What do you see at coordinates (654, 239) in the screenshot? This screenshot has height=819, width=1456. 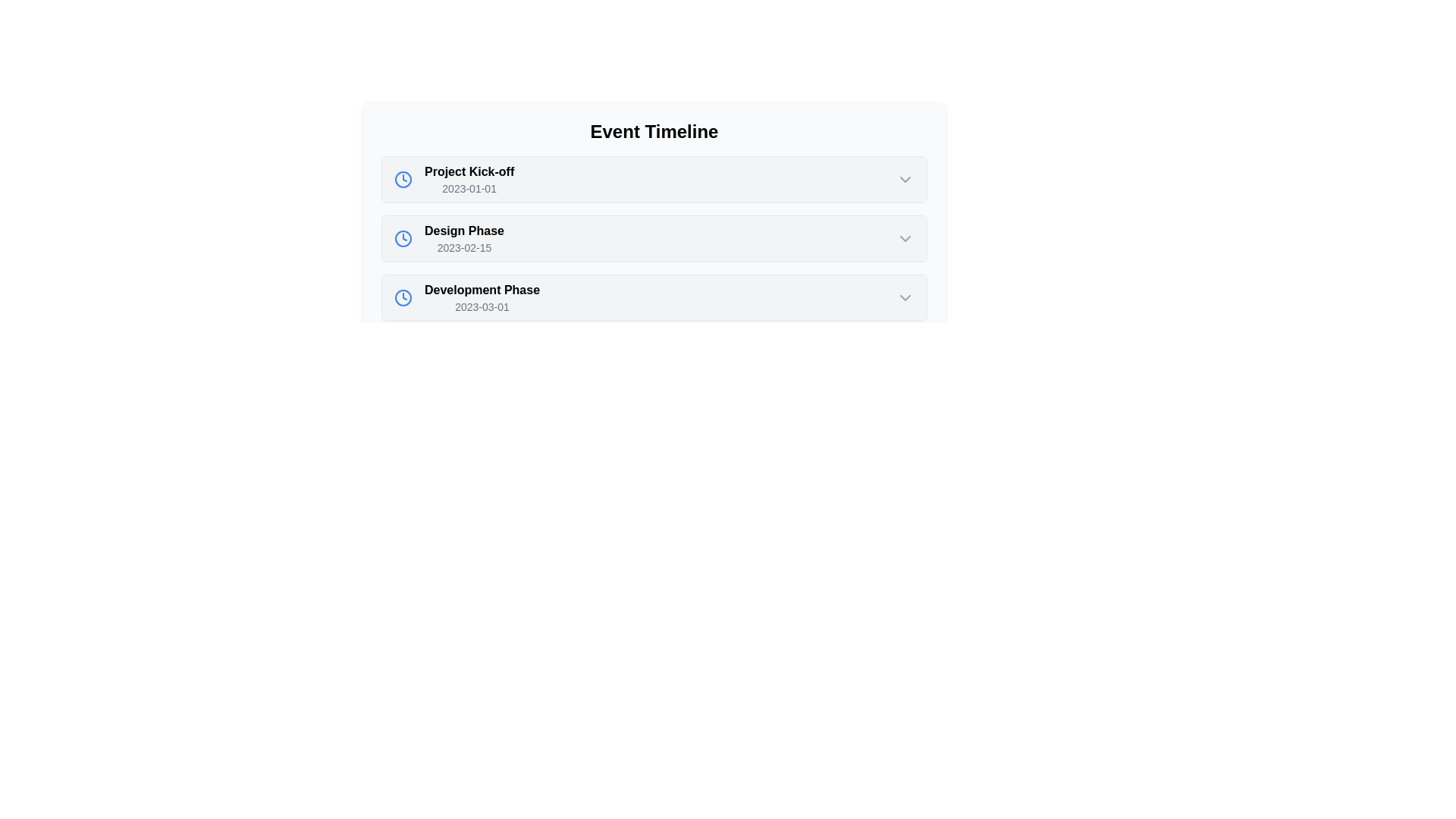 I see `the List item component with expandable functionality located between 'Project Kick-off' and 'Development Phase'` at bounding box center [654, 239].